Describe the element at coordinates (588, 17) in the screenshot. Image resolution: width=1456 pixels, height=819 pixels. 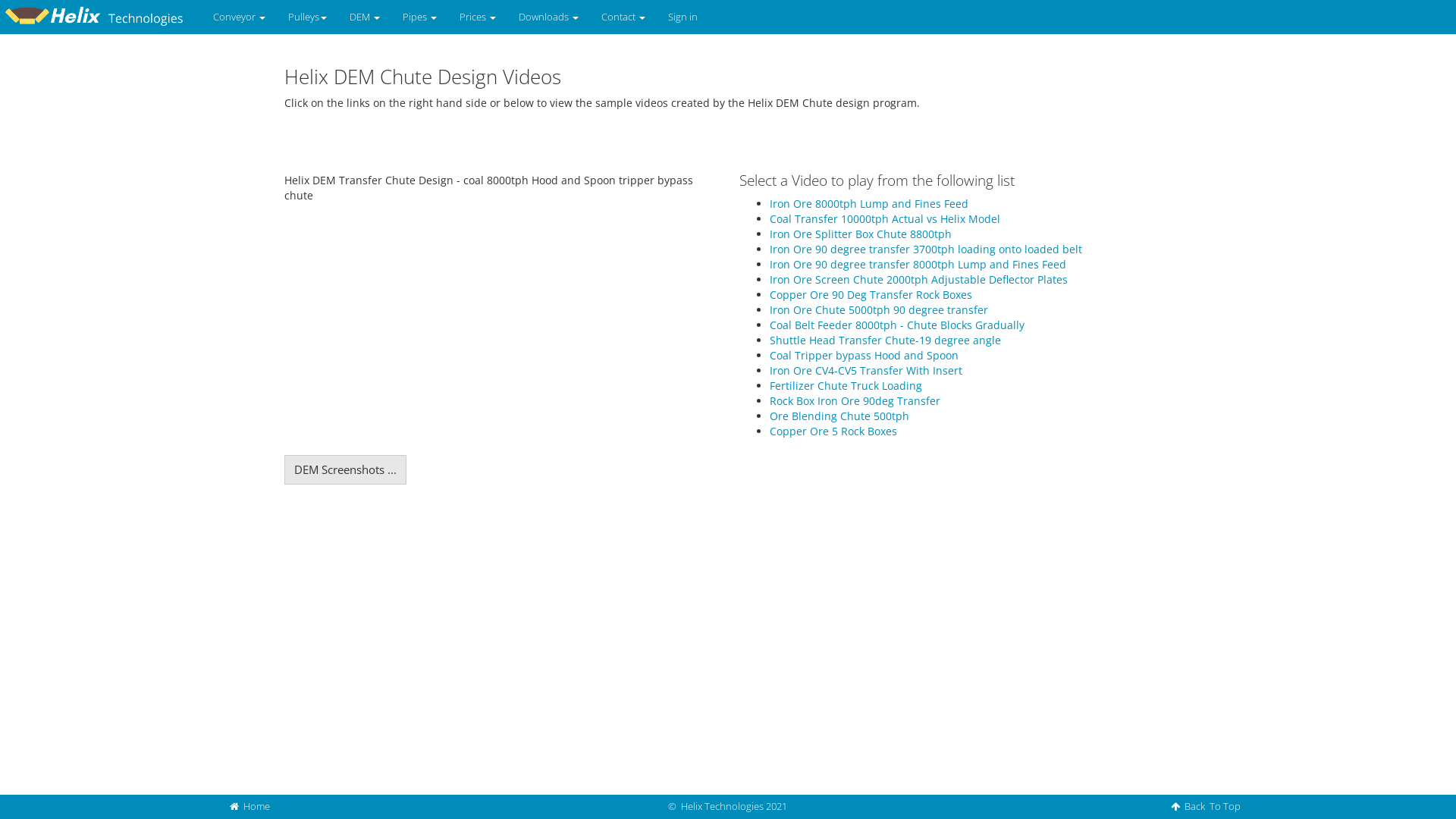
I see `'Contact '` at that location.